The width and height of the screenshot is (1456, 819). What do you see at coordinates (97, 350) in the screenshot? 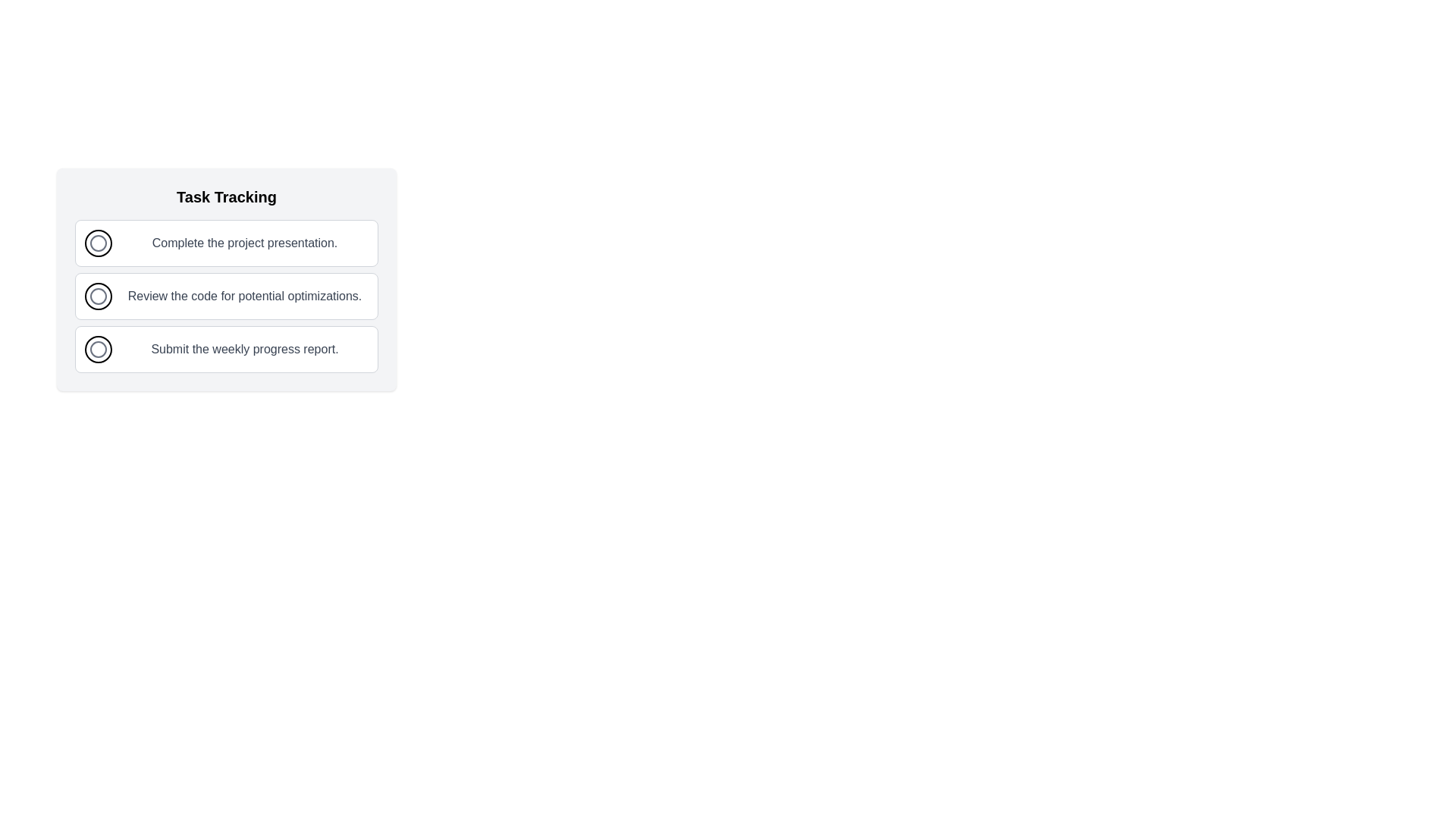
I see `the checkbox located in the third row of the task list within the 'Task Tracking' section, to the left of the text 'Submit the weekly progress report'` at bounding box center [97, 350].